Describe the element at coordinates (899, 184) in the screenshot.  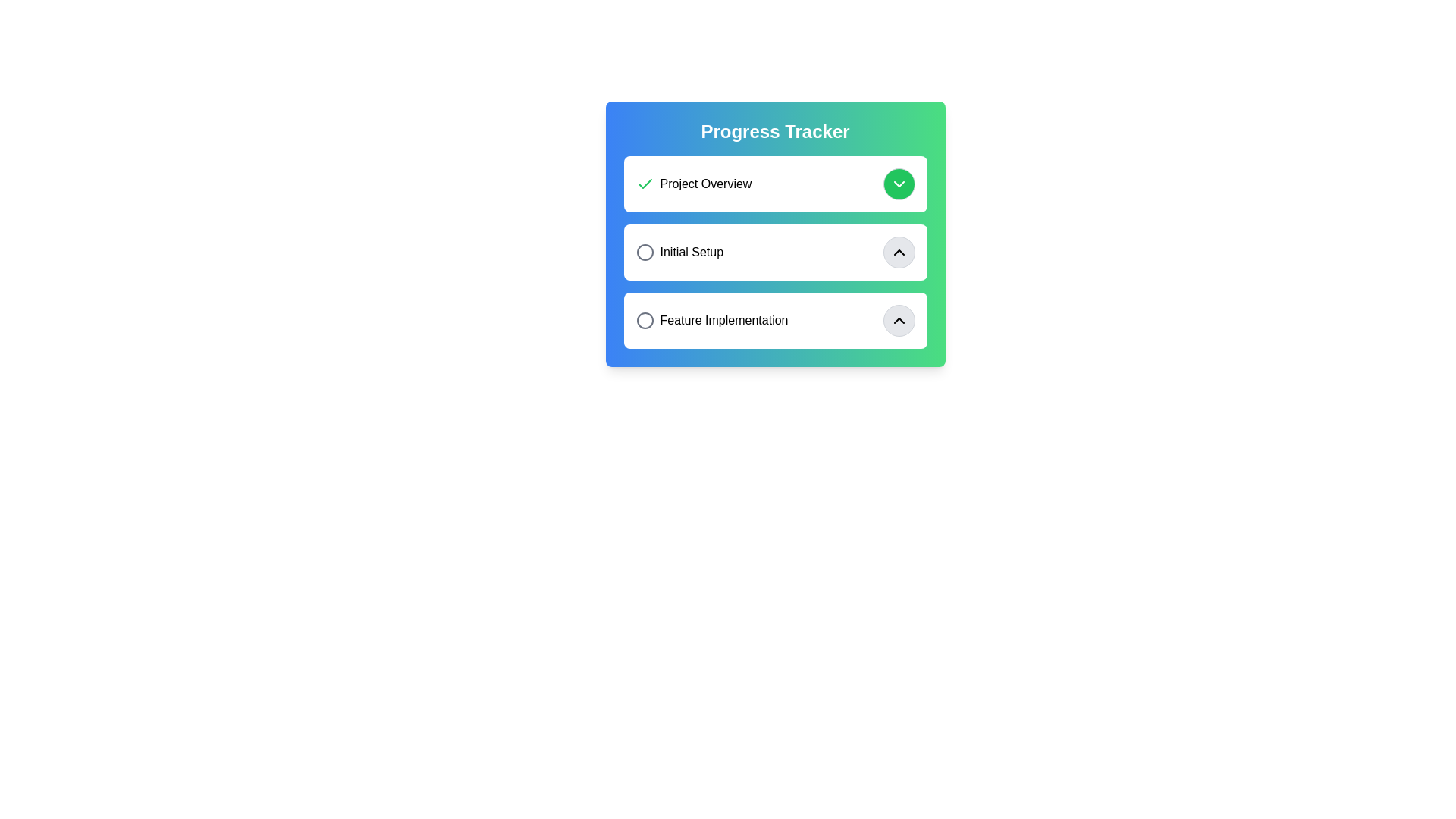
I see `the dropdown toggle button located on the right side of the 'Project Overview' section in the progress tracker interface` at that location.